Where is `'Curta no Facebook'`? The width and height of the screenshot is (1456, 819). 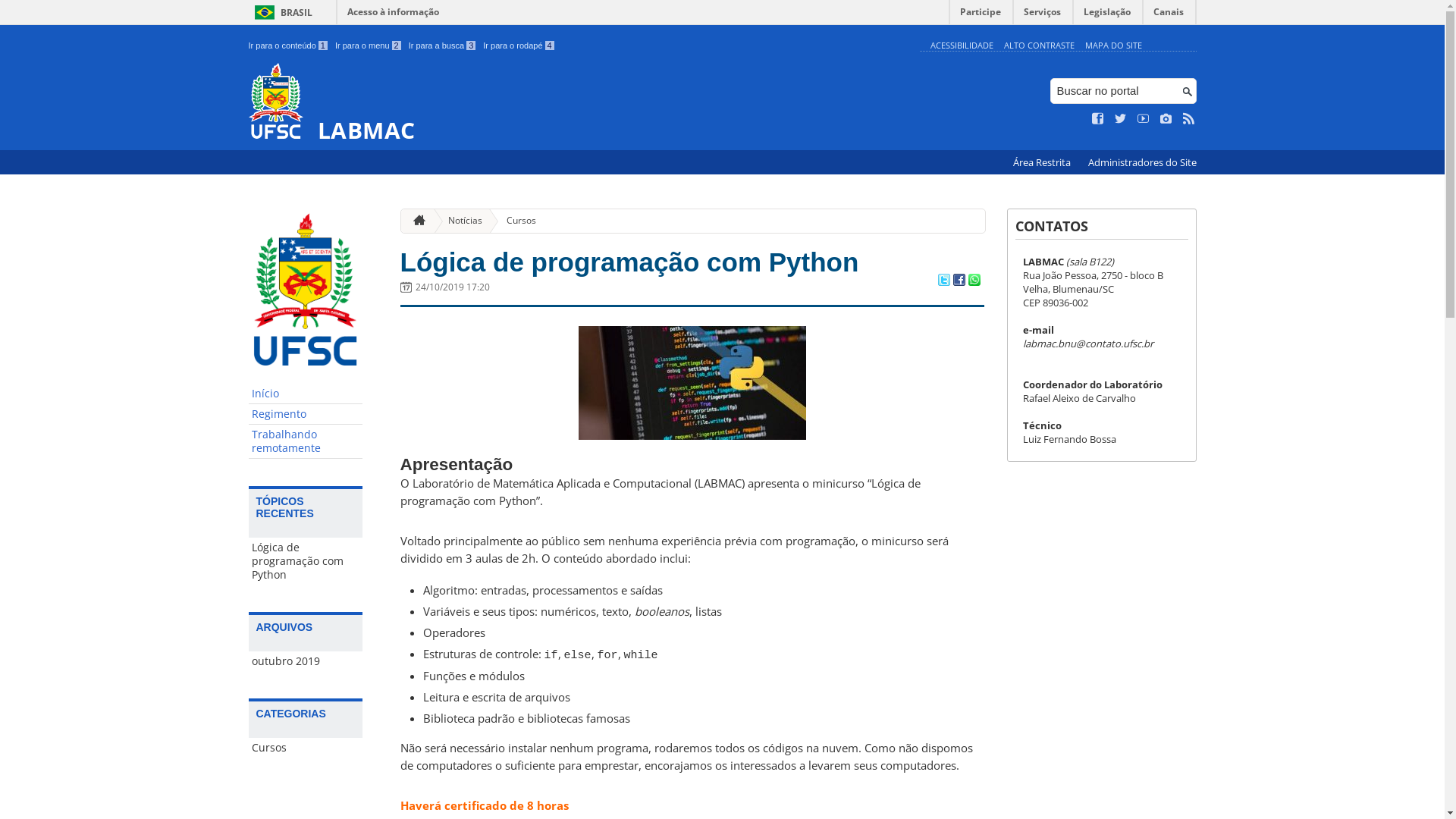 'Curta no Facebook' is located at coordinates (1092, 118).